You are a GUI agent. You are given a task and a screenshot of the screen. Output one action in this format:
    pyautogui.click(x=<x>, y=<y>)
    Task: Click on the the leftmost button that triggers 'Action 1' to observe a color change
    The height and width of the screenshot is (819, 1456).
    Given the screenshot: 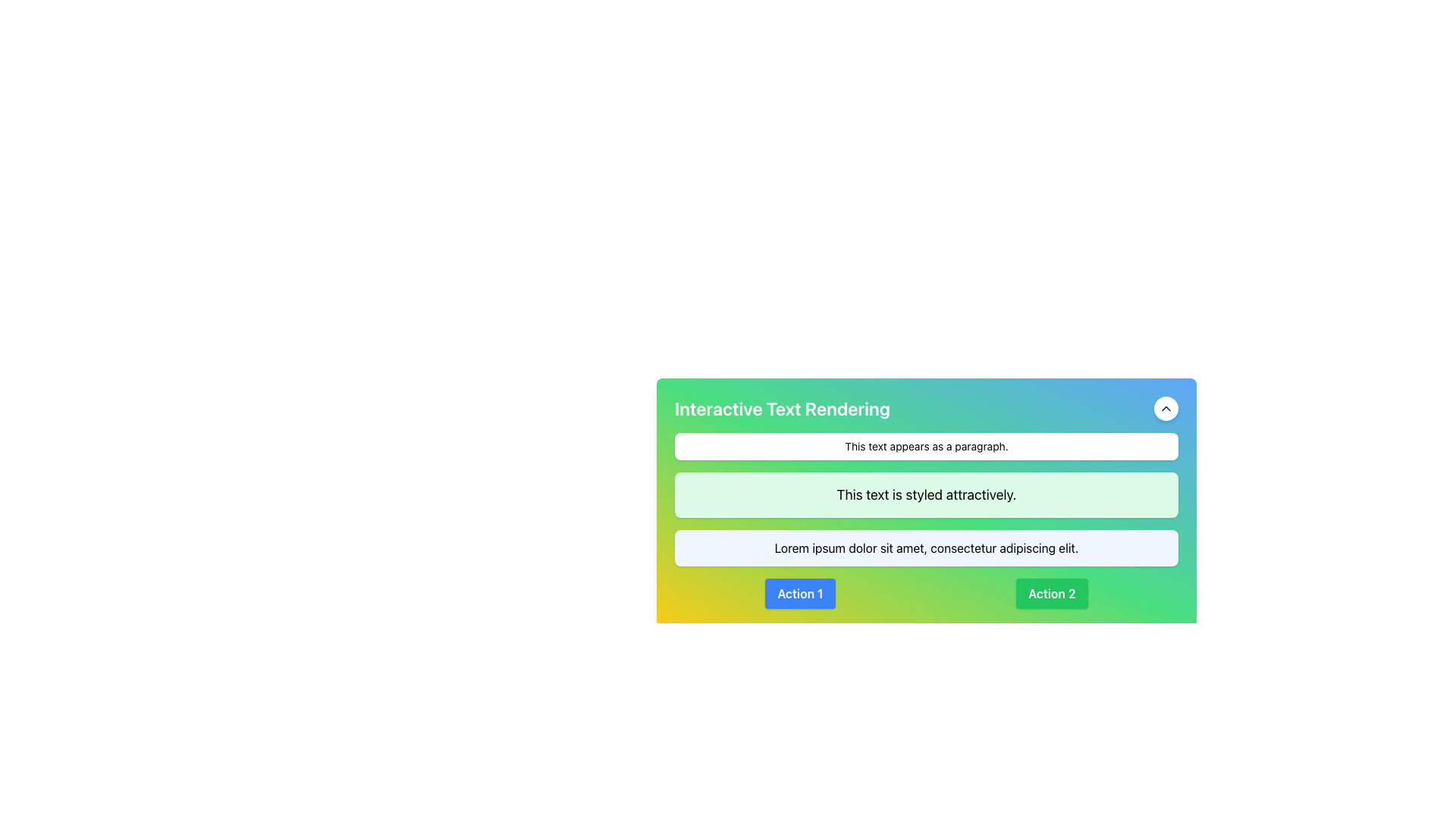 What is the action you would take?
    pyautogui.click(x=799, y=593)
    